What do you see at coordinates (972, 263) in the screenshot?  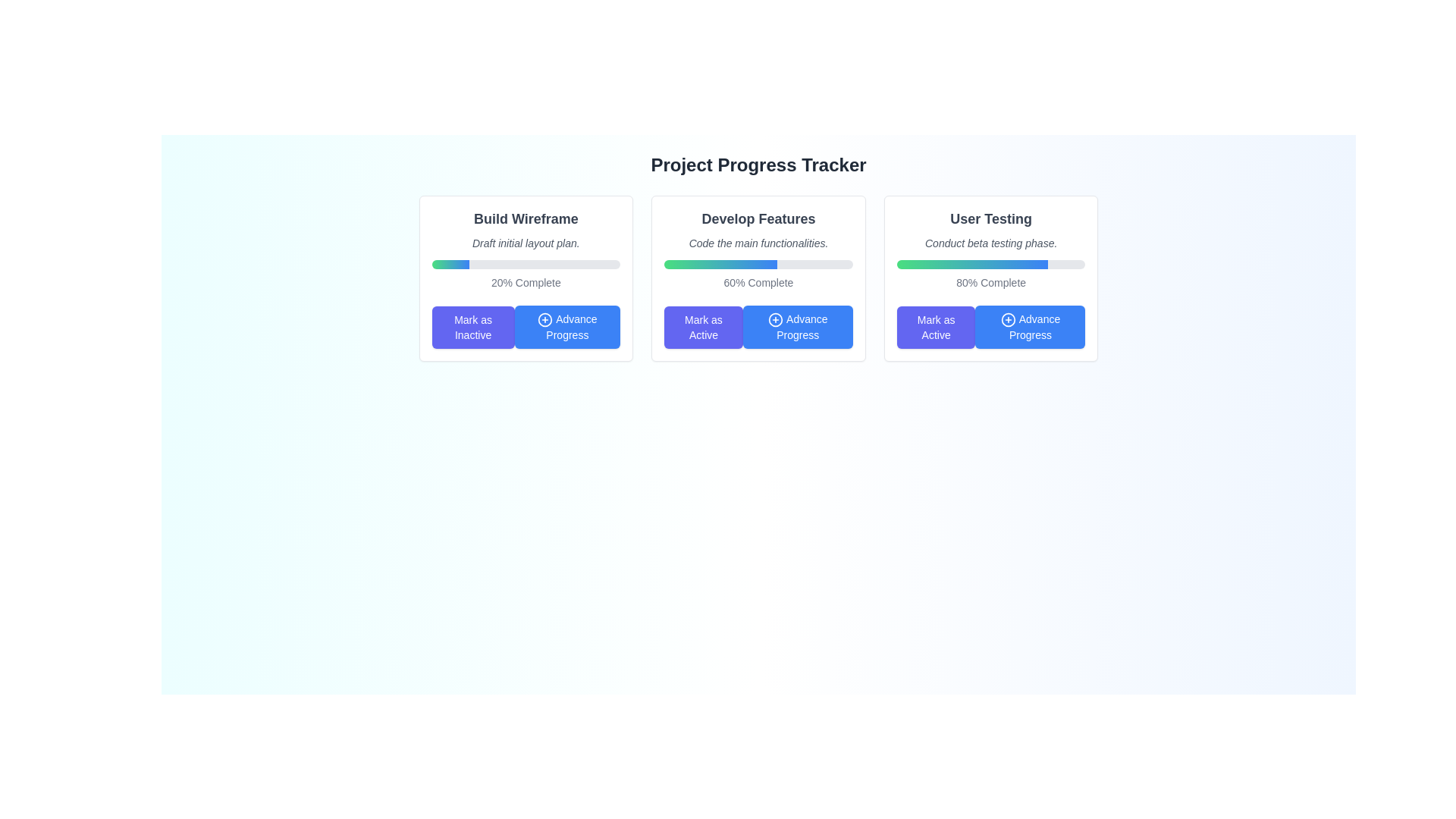 I see `the Gradient Progress Bar that visually represents 80% completion within the 'User Testing' card layout` at bounding box center [972, 263].